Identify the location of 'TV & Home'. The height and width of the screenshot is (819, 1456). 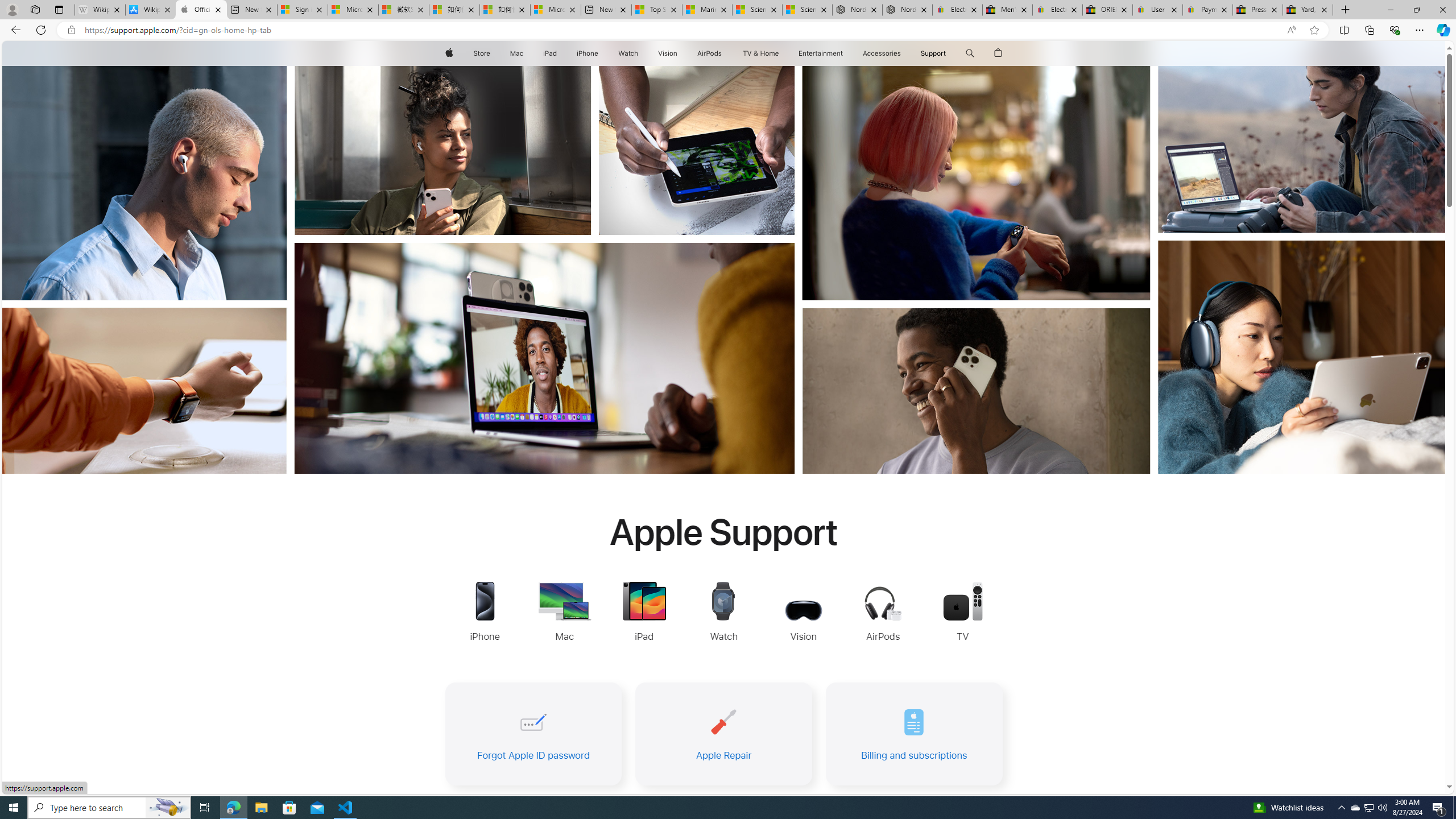
(760, 53).